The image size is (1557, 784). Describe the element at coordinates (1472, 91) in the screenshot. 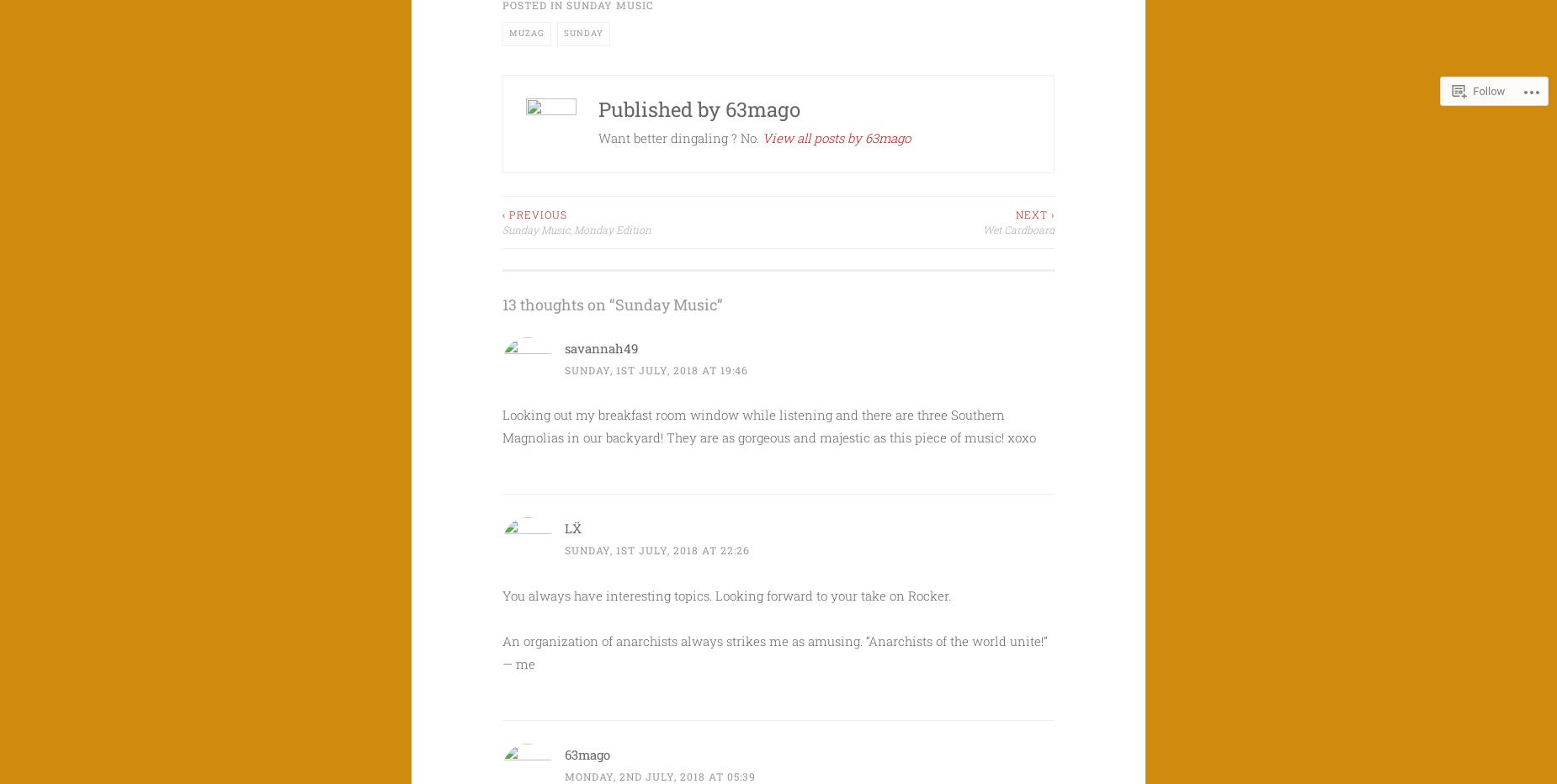

I see `'Follow'` at that location.